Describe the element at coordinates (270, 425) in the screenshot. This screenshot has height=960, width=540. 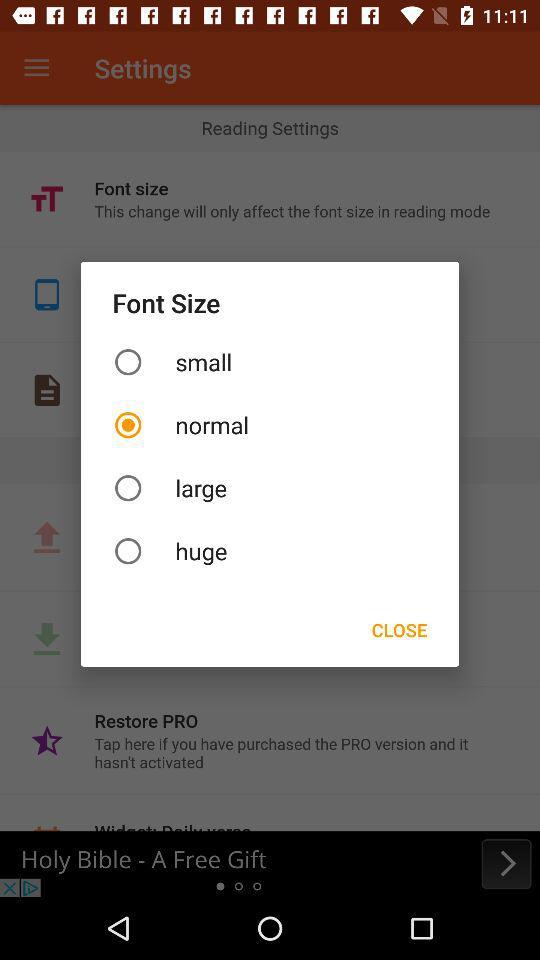
I see `normal` at that location.